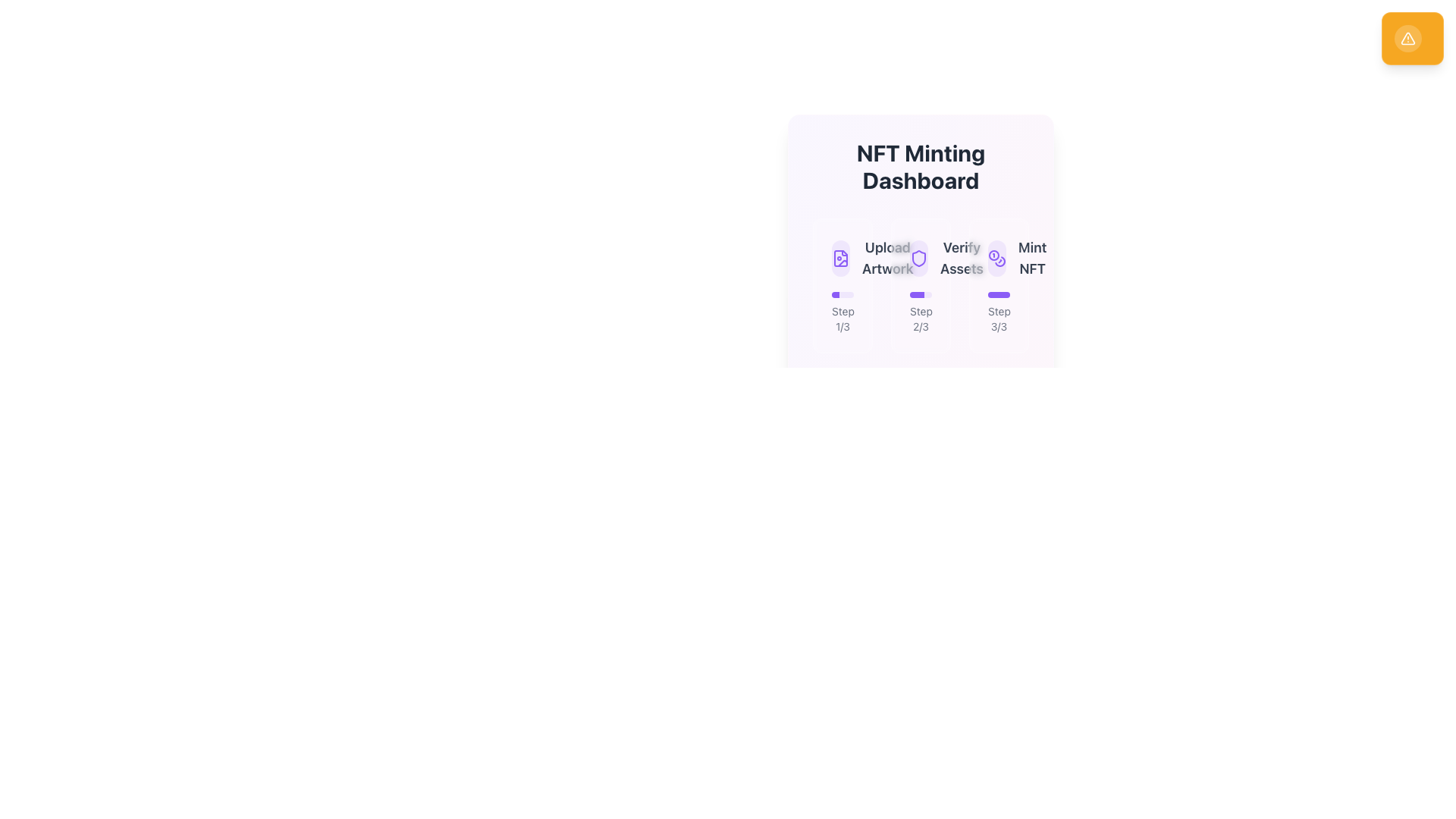 Image resolution: width=1456 pixels, height=819 pixels. What do you see at coordinates (920, 312) in the screenshot?
I see `the text label displaying 'Step 2/3' which is styled in a small, gray font and located below the purple progress bar in the 'Verify Assets' step` at bounding box center [920, 312].